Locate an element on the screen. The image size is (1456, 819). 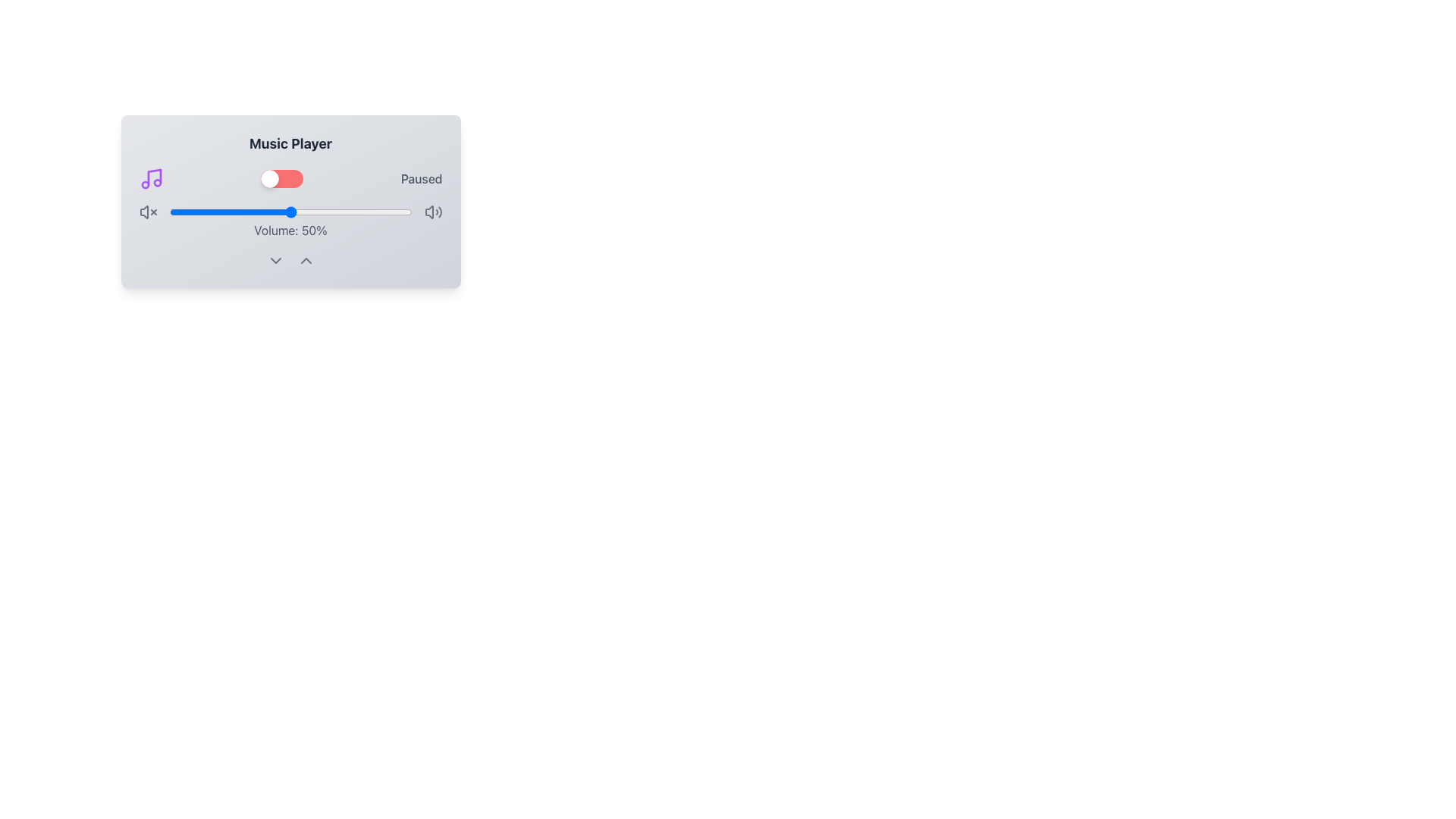
volume is located at coordinates (264, 212).